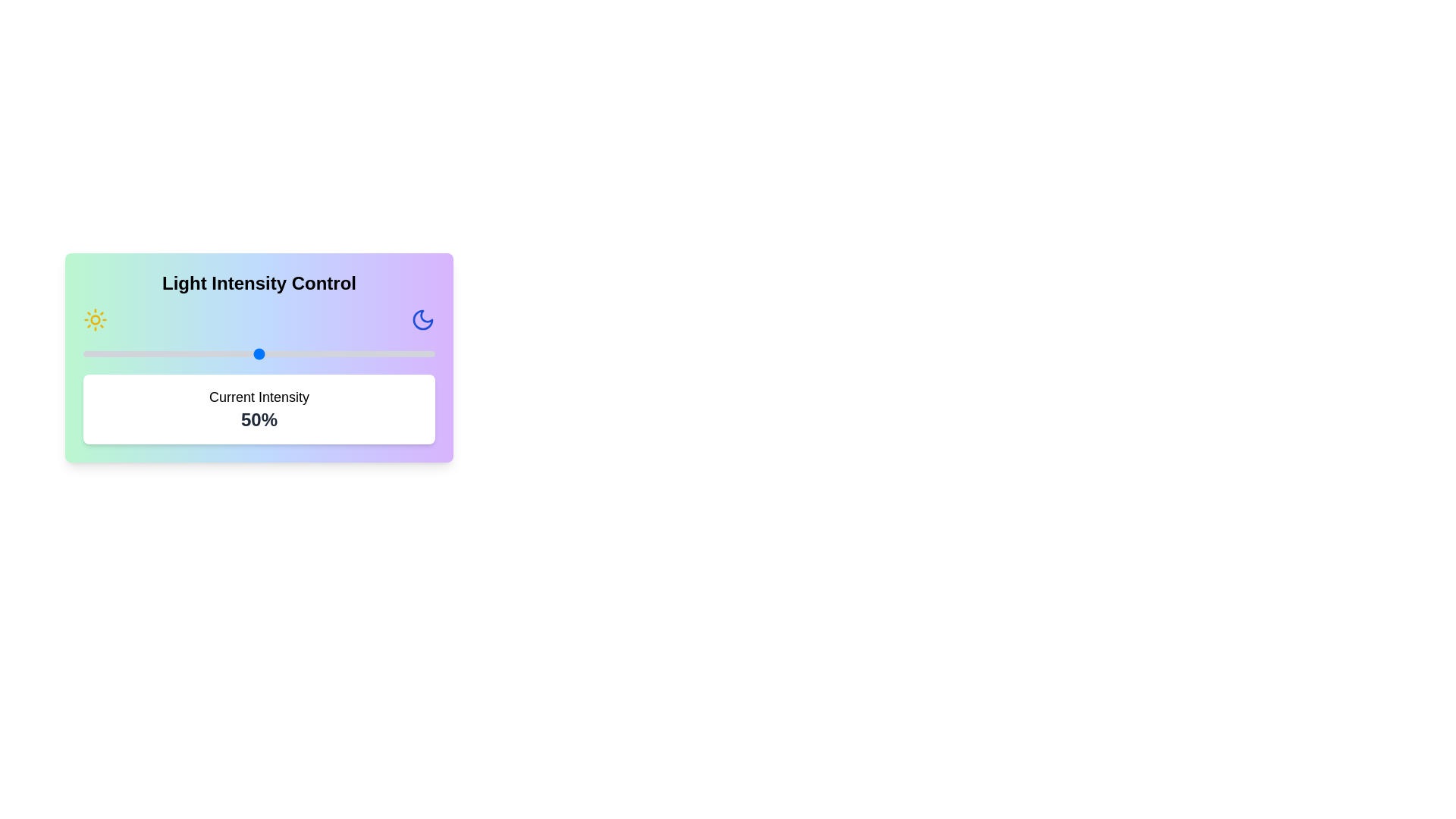 The image size is (1456, 819). I want to click on the decorative graphical element at the center of the sun icon in the 'Light Intensity Control' card, so click(94, 318).